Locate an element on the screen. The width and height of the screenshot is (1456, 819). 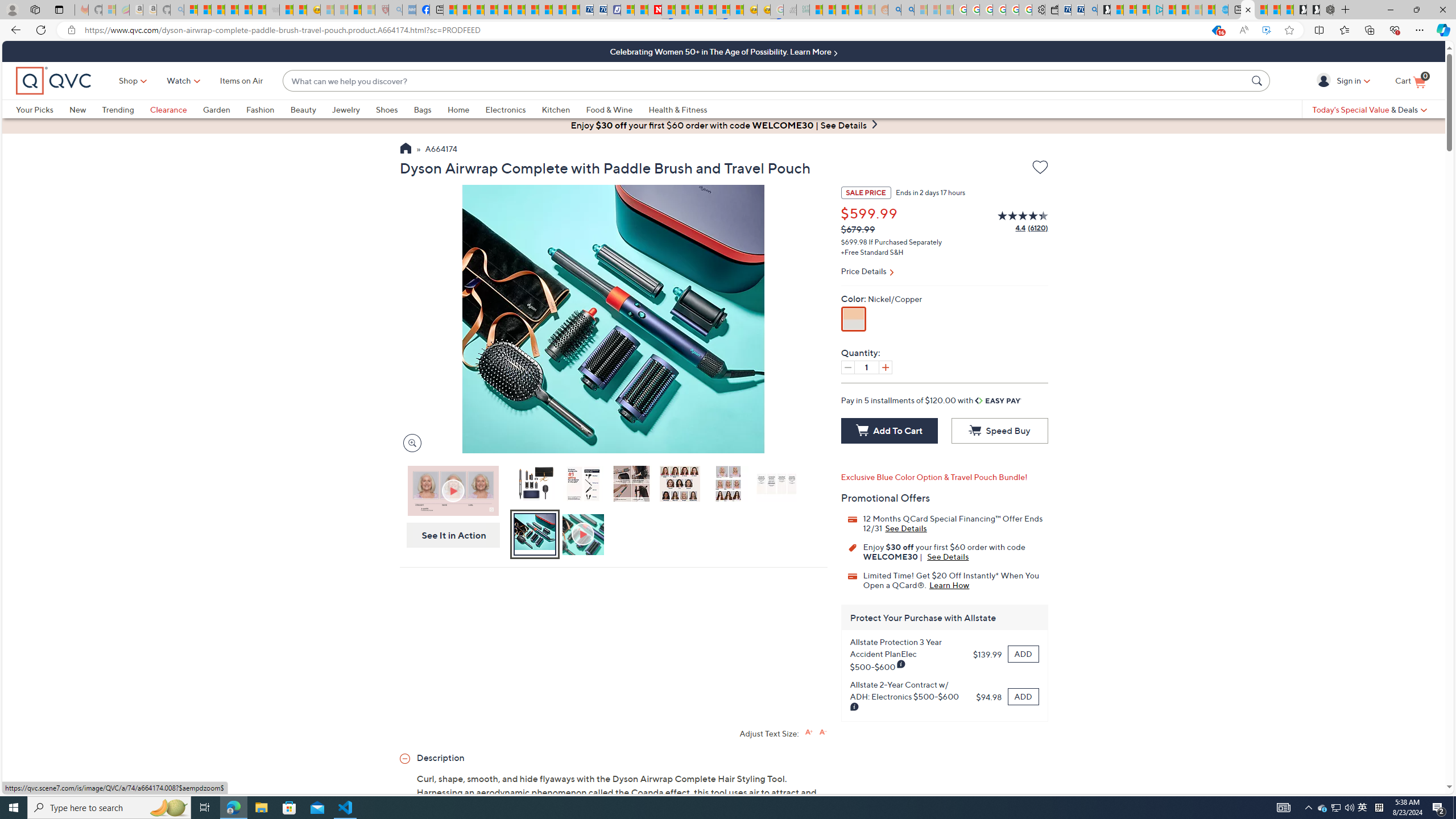
'Garden' is located at coordinates (224, 109).